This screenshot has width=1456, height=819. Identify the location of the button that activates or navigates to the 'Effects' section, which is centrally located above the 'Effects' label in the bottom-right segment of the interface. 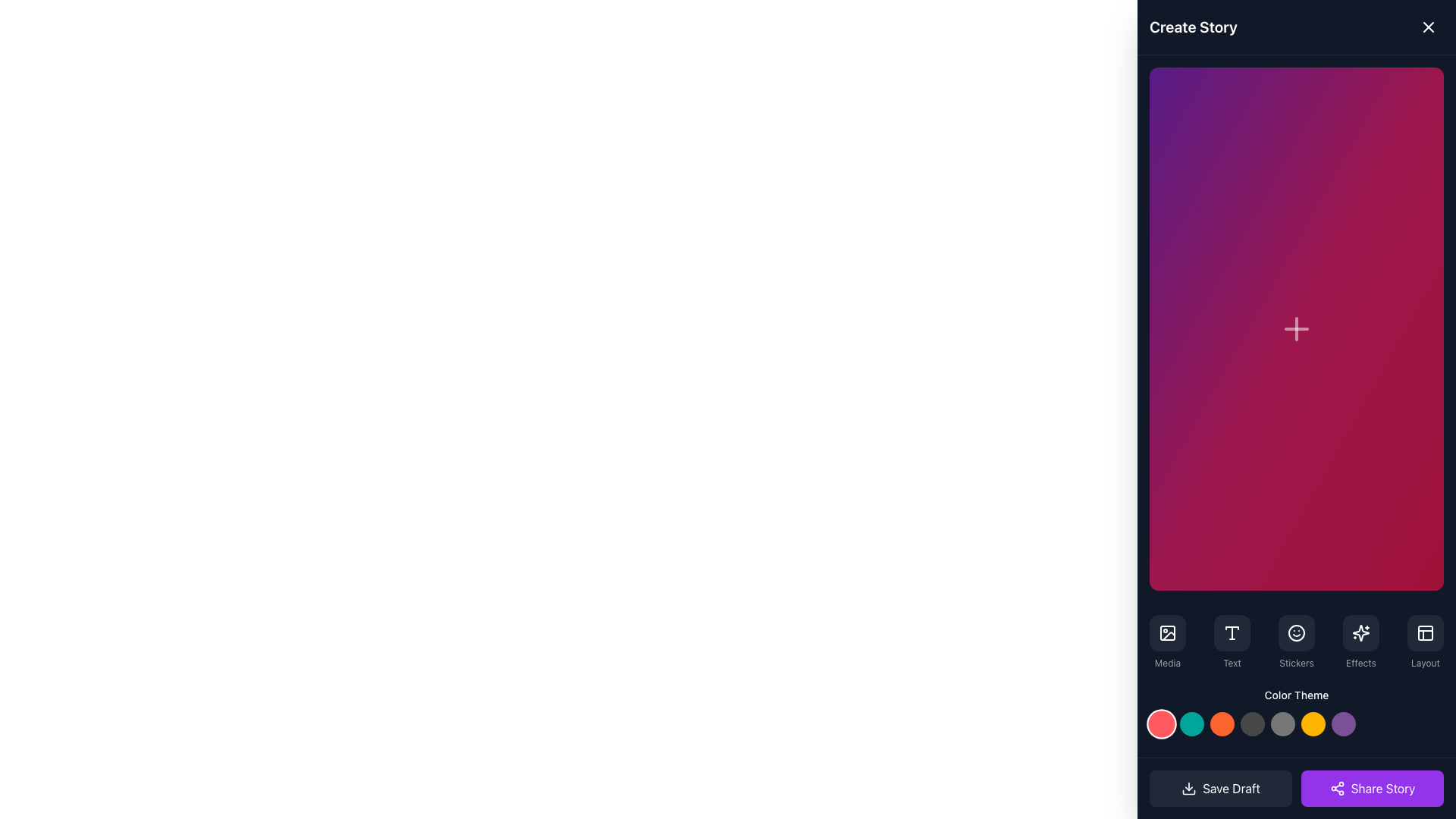
(1361, 632).